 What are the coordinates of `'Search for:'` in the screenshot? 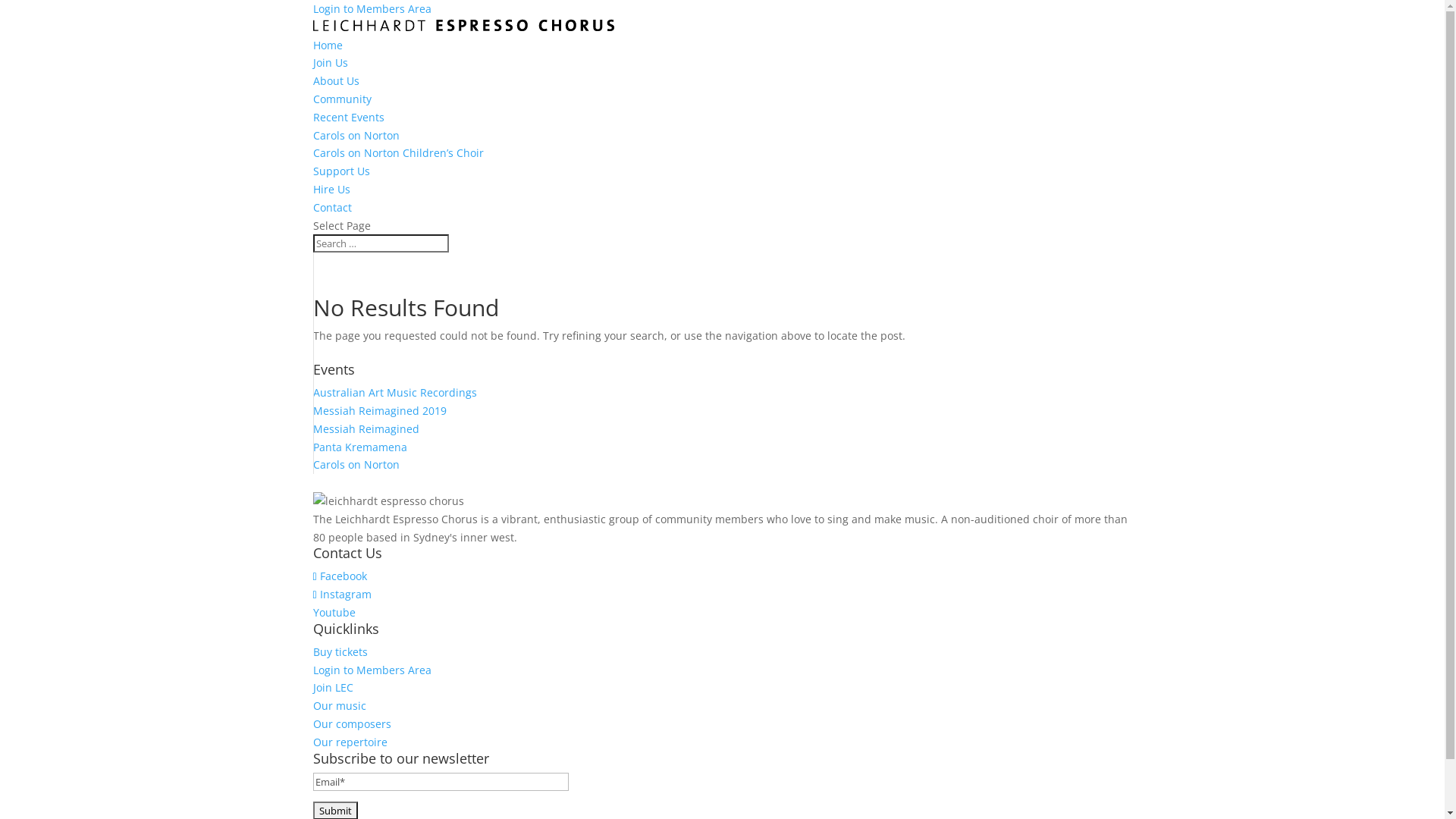 It's located at (312, 242).